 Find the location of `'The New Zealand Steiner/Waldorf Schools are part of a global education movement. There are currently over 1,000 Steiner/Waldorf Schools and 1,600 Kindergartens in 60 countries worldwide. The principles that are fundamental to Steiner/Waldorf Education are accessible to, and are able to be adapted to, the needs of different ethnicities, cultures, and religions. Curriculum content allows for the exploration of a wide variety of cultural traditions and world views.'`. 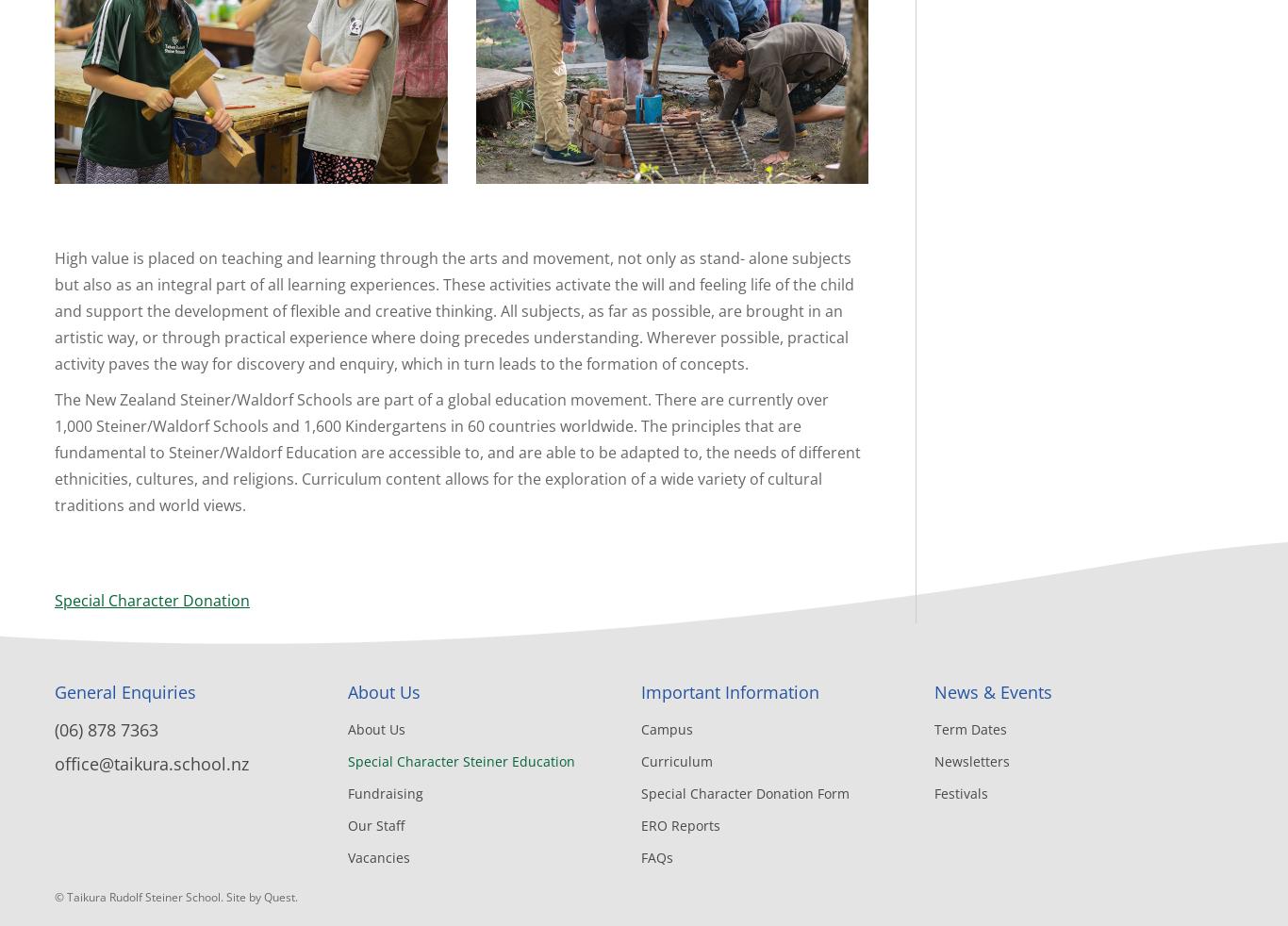

'The New Zealand Steiner/Waldorf Schools are part of a global education movement. There are currently over 1,000 Steiner/Waldorf Schools and 1,600 Kindergartens in 60 countries worldwide. The principles that are fundamental to Steiner/Waldorf Education are accessible to, and are able to be adapted to, the needs of different ethnicities, cultures, and religions. Curriculum content allows for the exploration of a wide variety of cultural traditions and world views.' is located at coordinates (457, 453).